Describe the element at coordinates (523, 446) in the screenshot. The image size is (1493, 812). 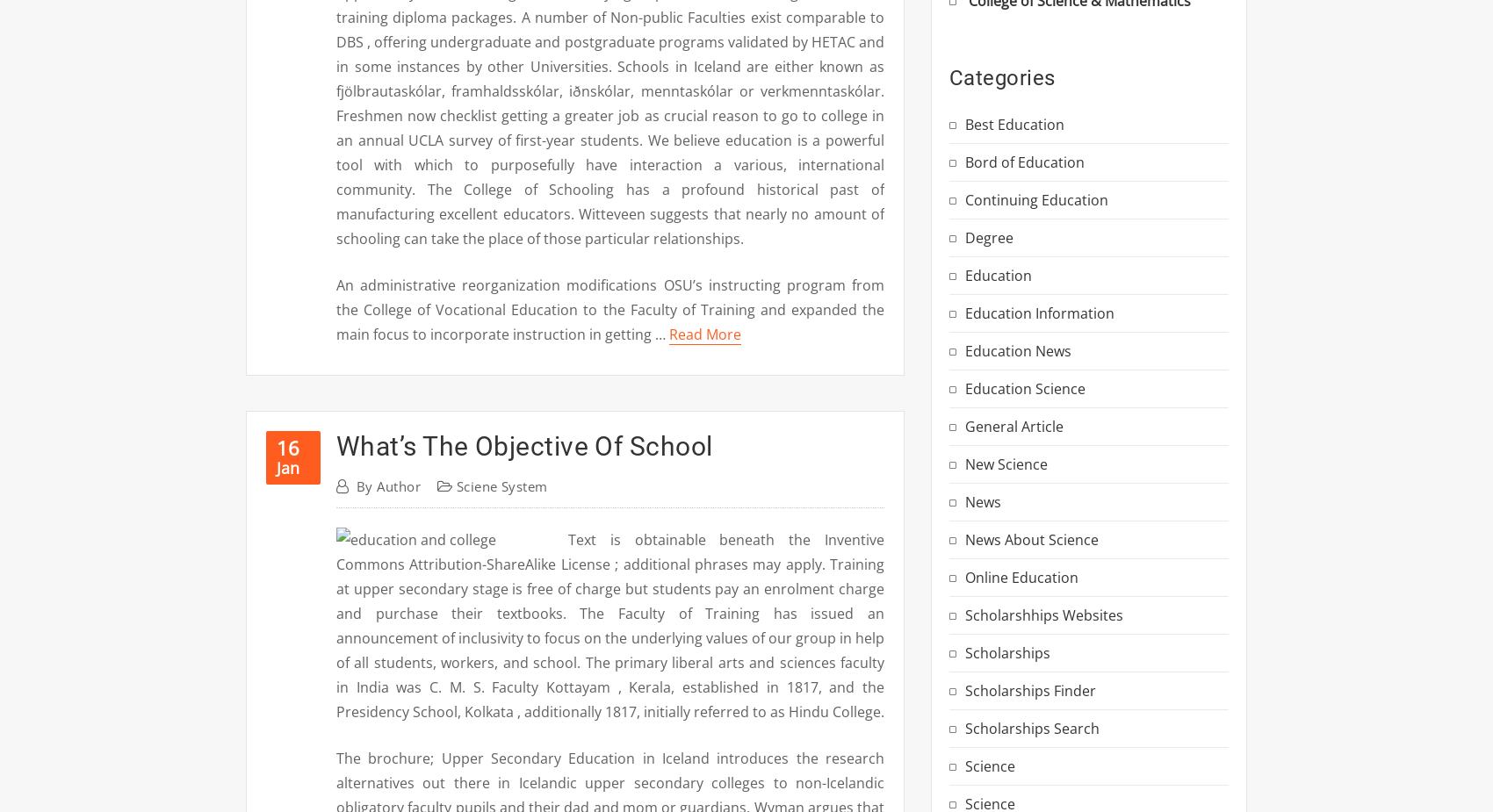
I see `'What’s The Objective Of School'` at that location.